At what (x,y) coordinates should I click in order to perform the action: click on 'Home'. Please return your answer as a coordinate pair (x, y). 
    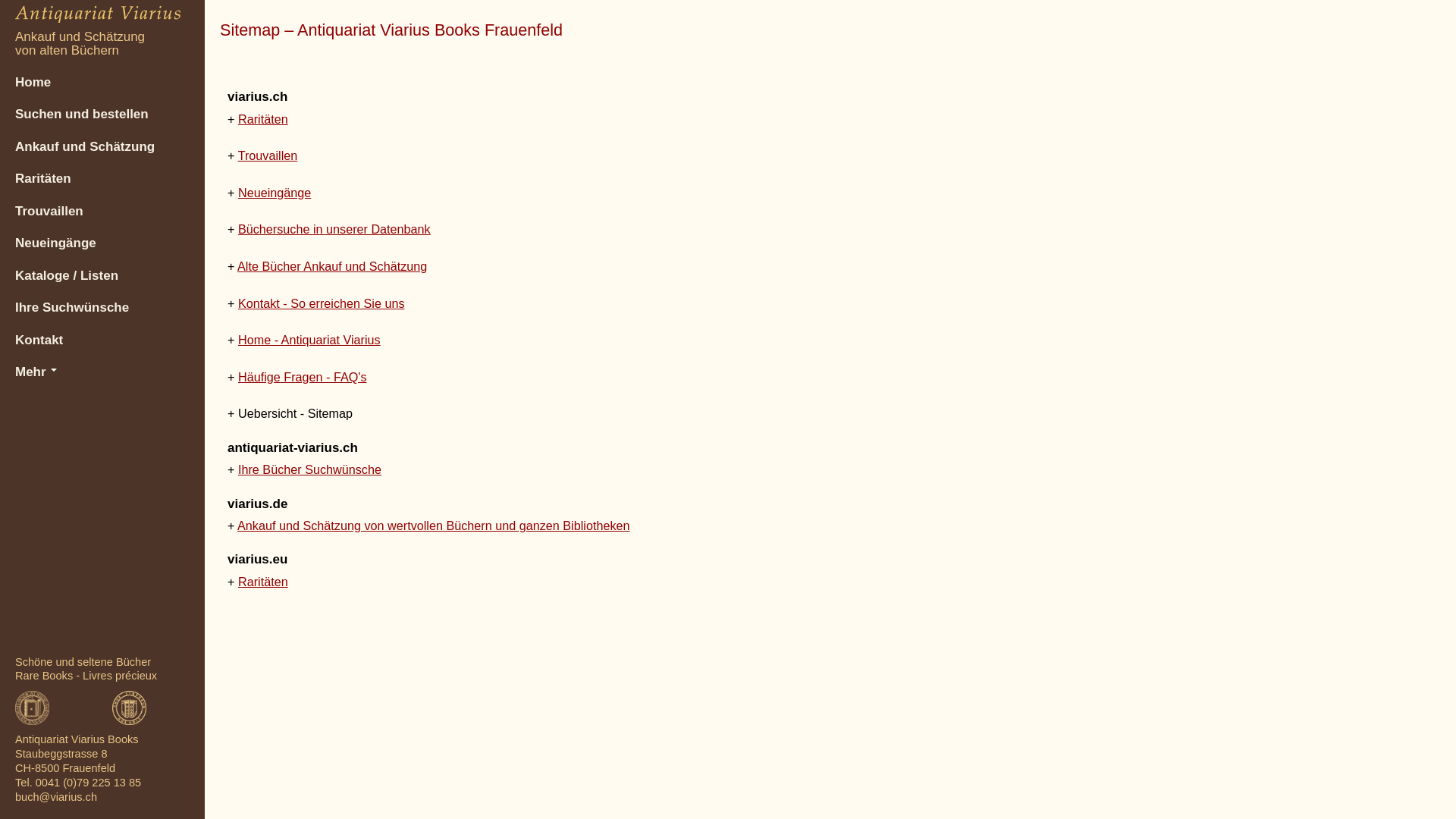
    Looking at the image, I should click on (101, 89).